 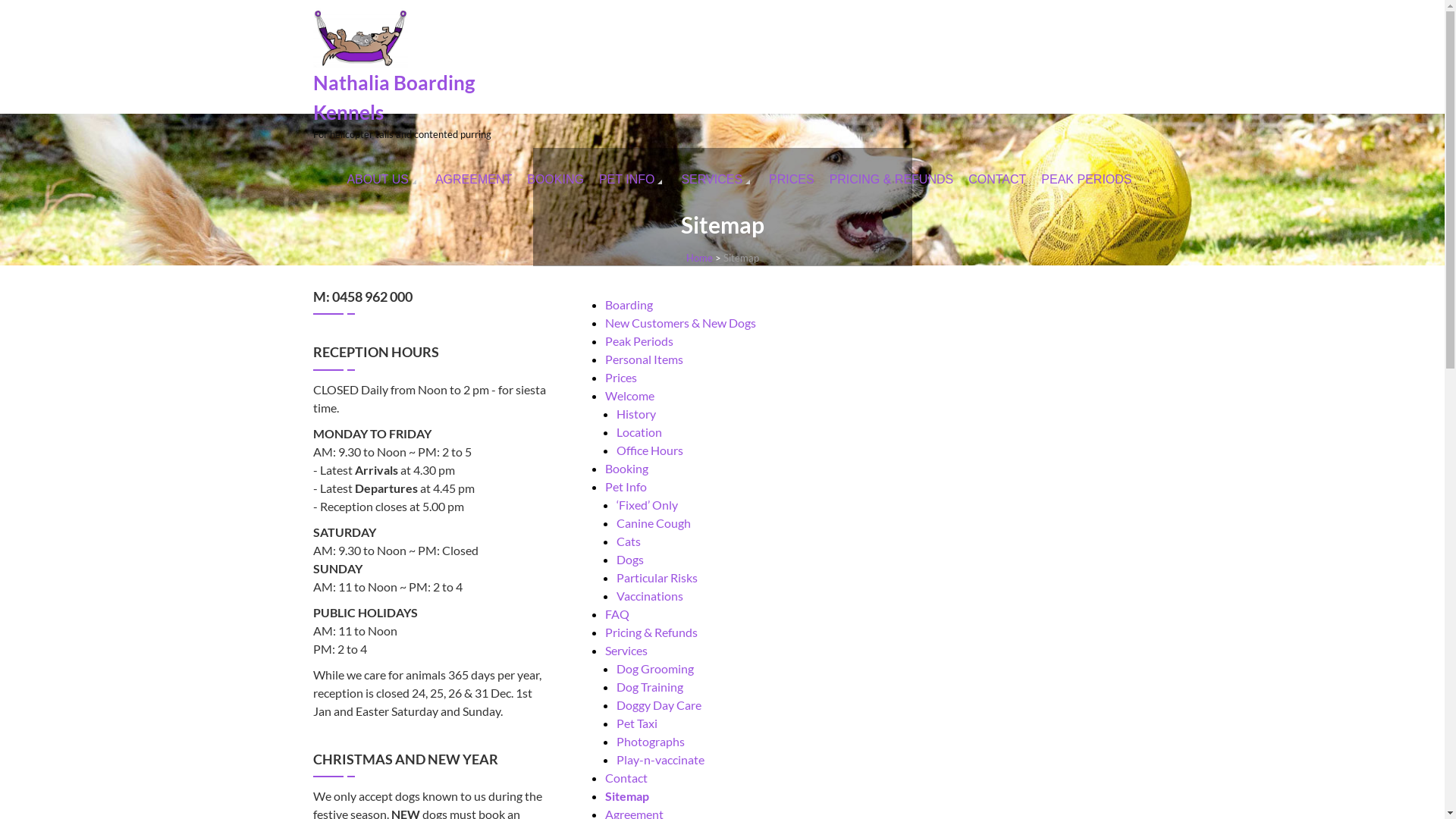 I want to click on 'SERVICES', so click(x=716, y=178).